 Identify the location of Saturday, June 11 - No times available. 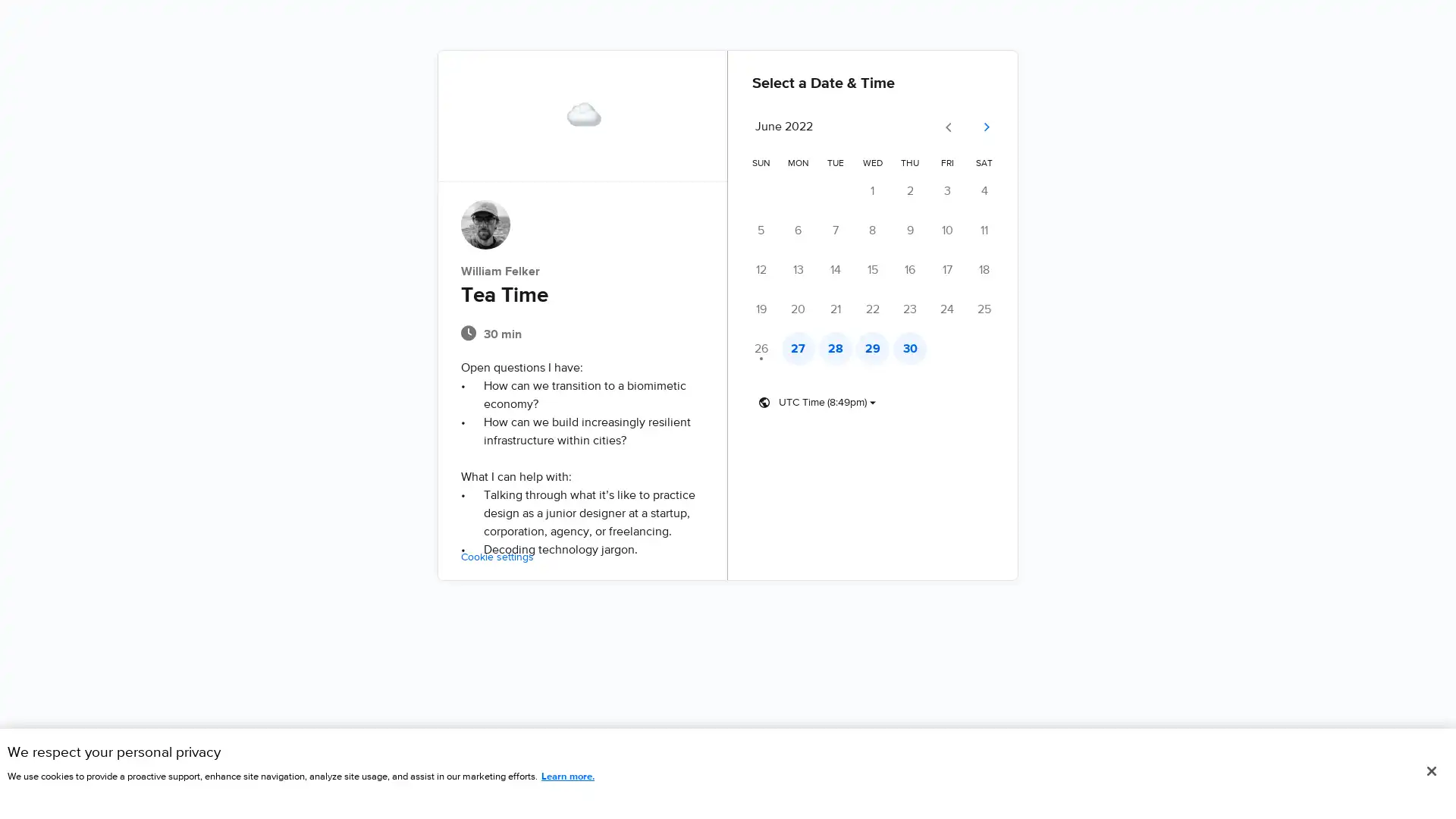
(996, 231).